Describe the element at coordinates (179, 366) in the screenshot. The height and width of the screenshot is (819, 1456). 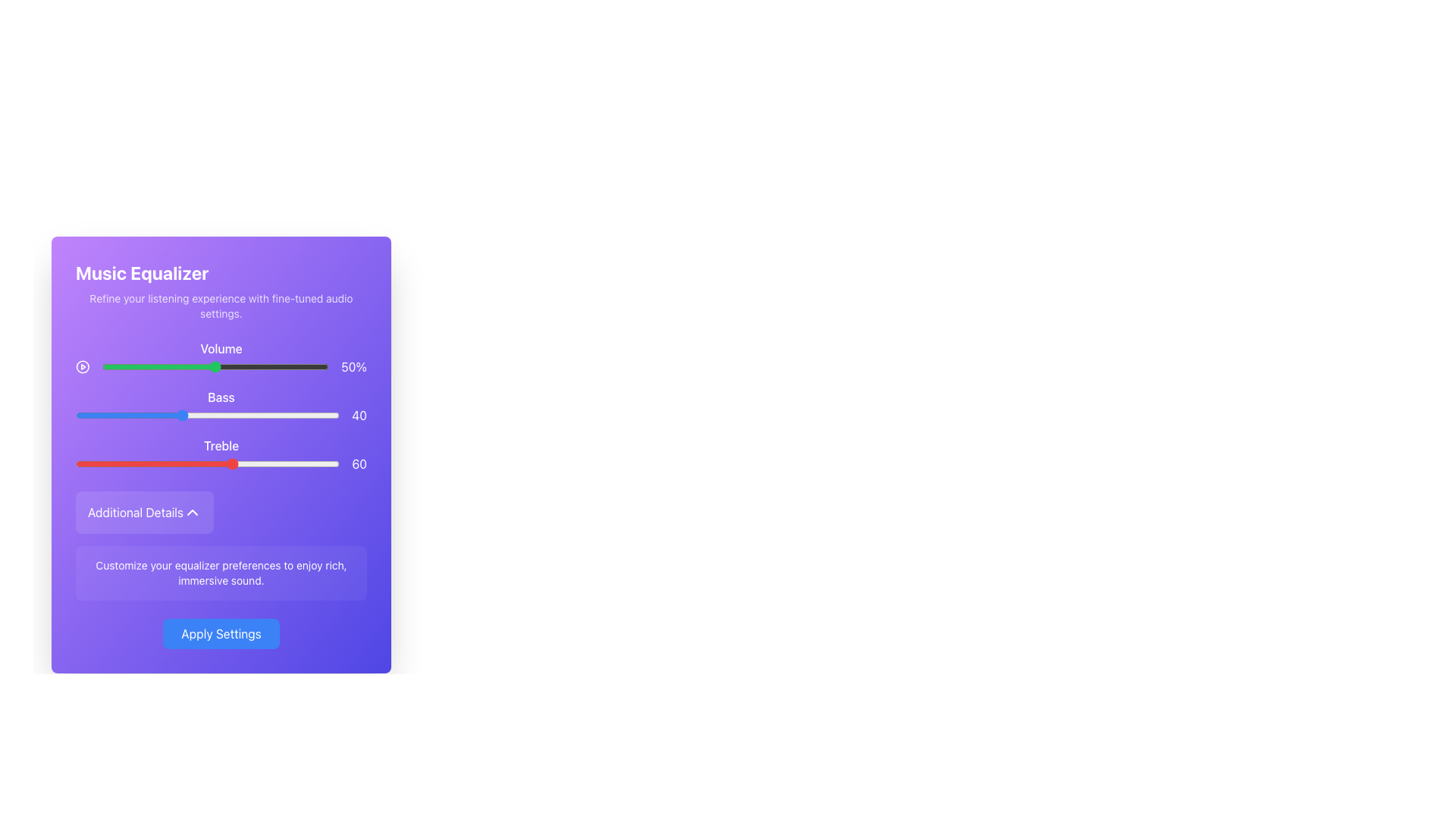
I see `the slider` at that location.